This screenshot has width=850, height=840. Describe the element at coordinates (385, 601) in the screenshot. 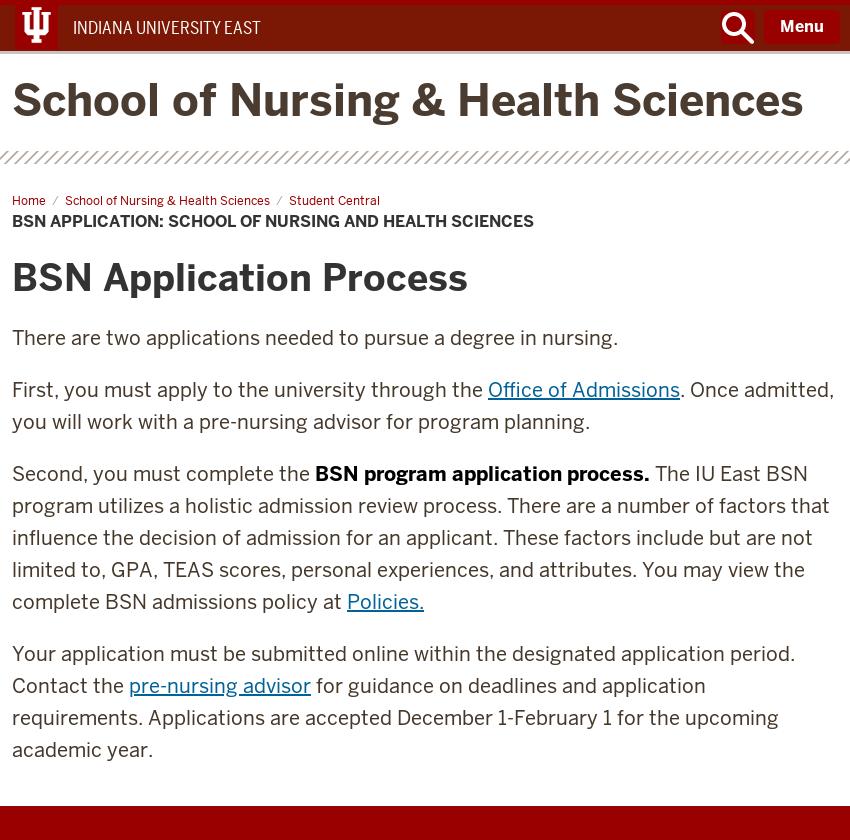

I see `'Policies.'` at that location.